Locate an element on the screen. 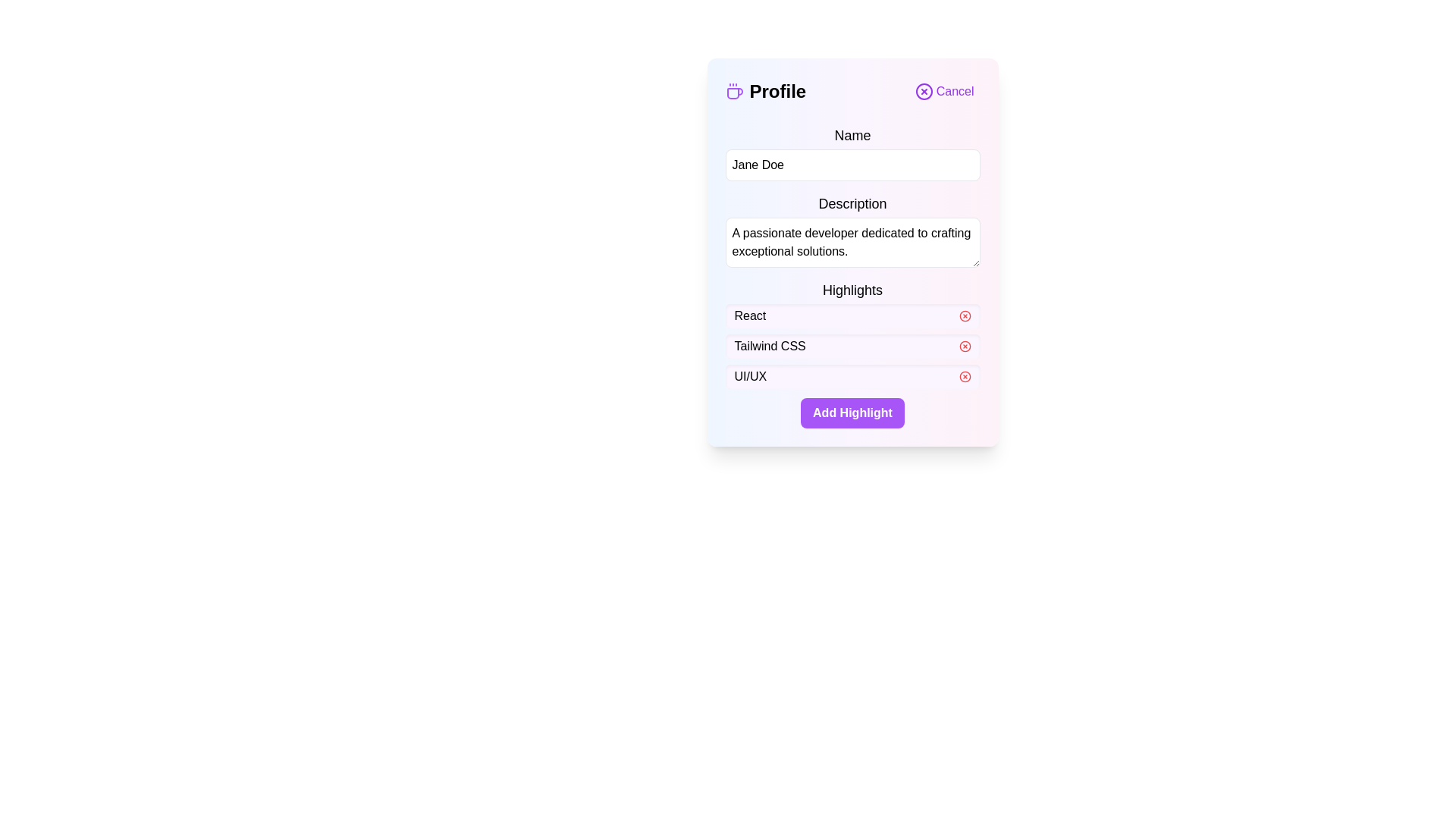  the cancel button located in the top-right corner of the 'Profile' dialog is located at coordinates (943, 91).